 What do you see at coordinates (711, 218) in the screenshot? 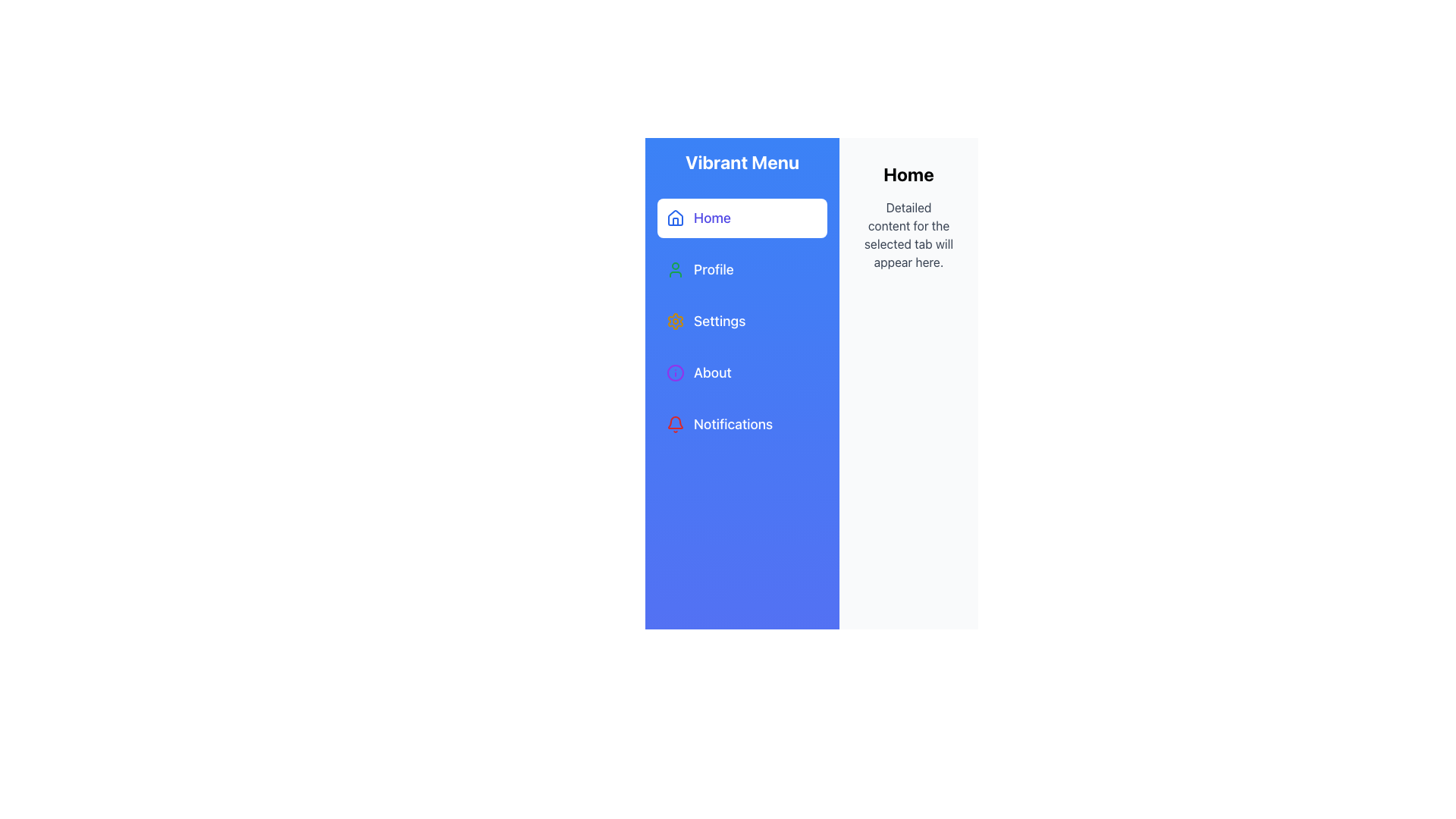
I see `the 'Home' text label in the vertical navigation menu, which indicates the current selection and is aligned to the right of the house icon` at bounding box center [711, 218].